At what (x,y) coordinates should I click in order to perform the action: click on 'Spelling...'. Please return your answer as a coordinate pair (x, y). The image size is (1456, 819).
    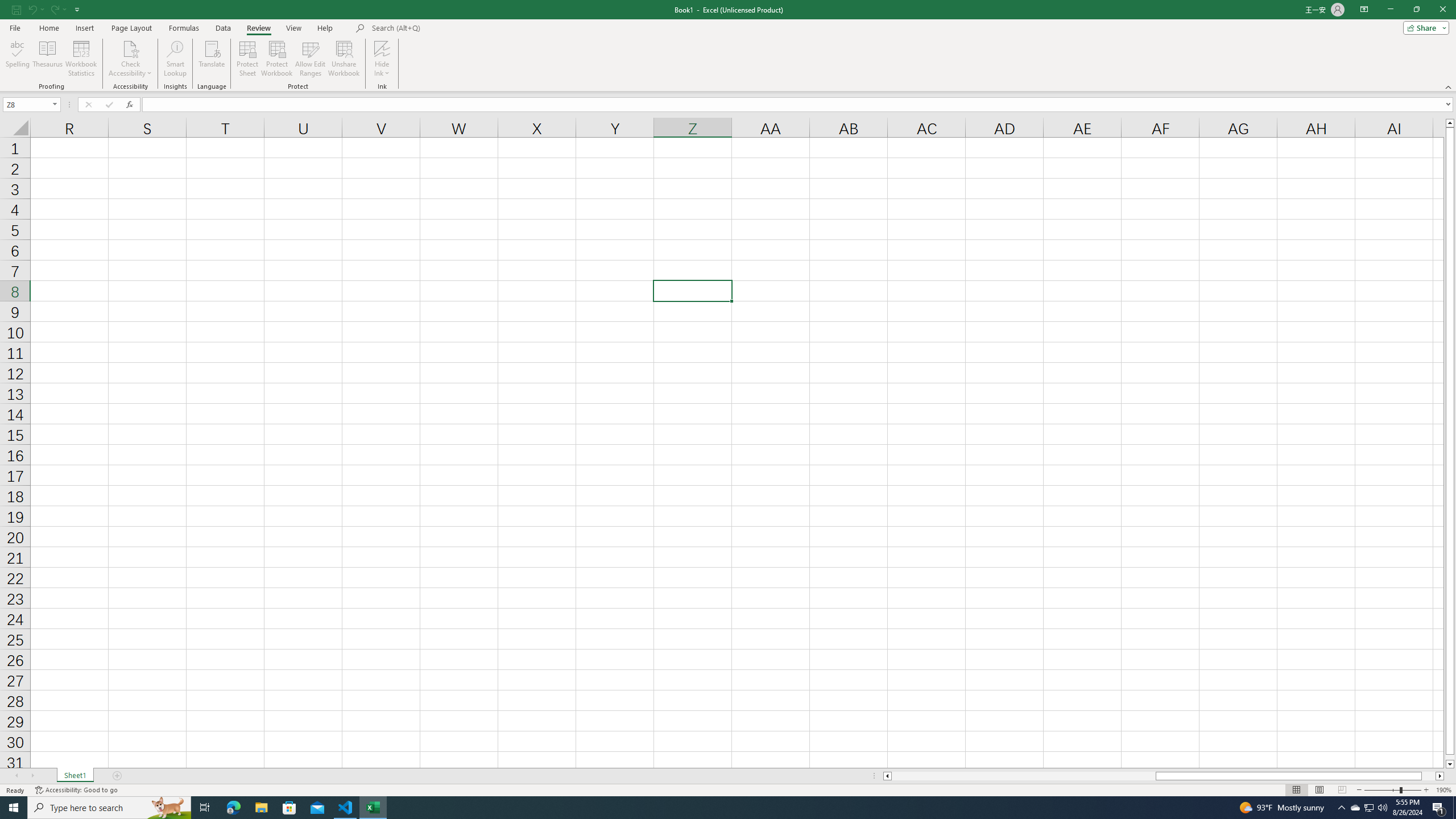
    Looking at the image, I should click on (16, 59).